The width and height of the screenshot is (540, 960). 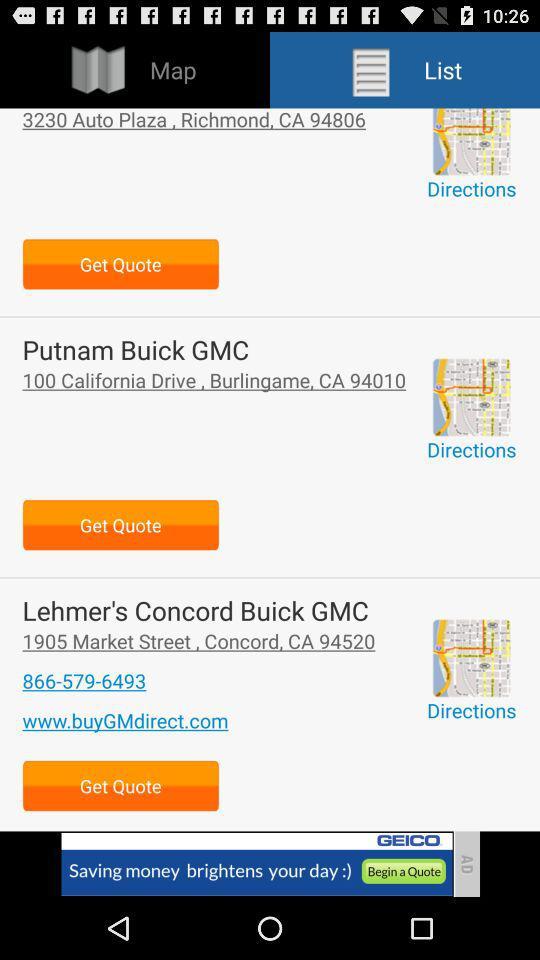 I want to click on option to get directions, so click(x=471, y=657).